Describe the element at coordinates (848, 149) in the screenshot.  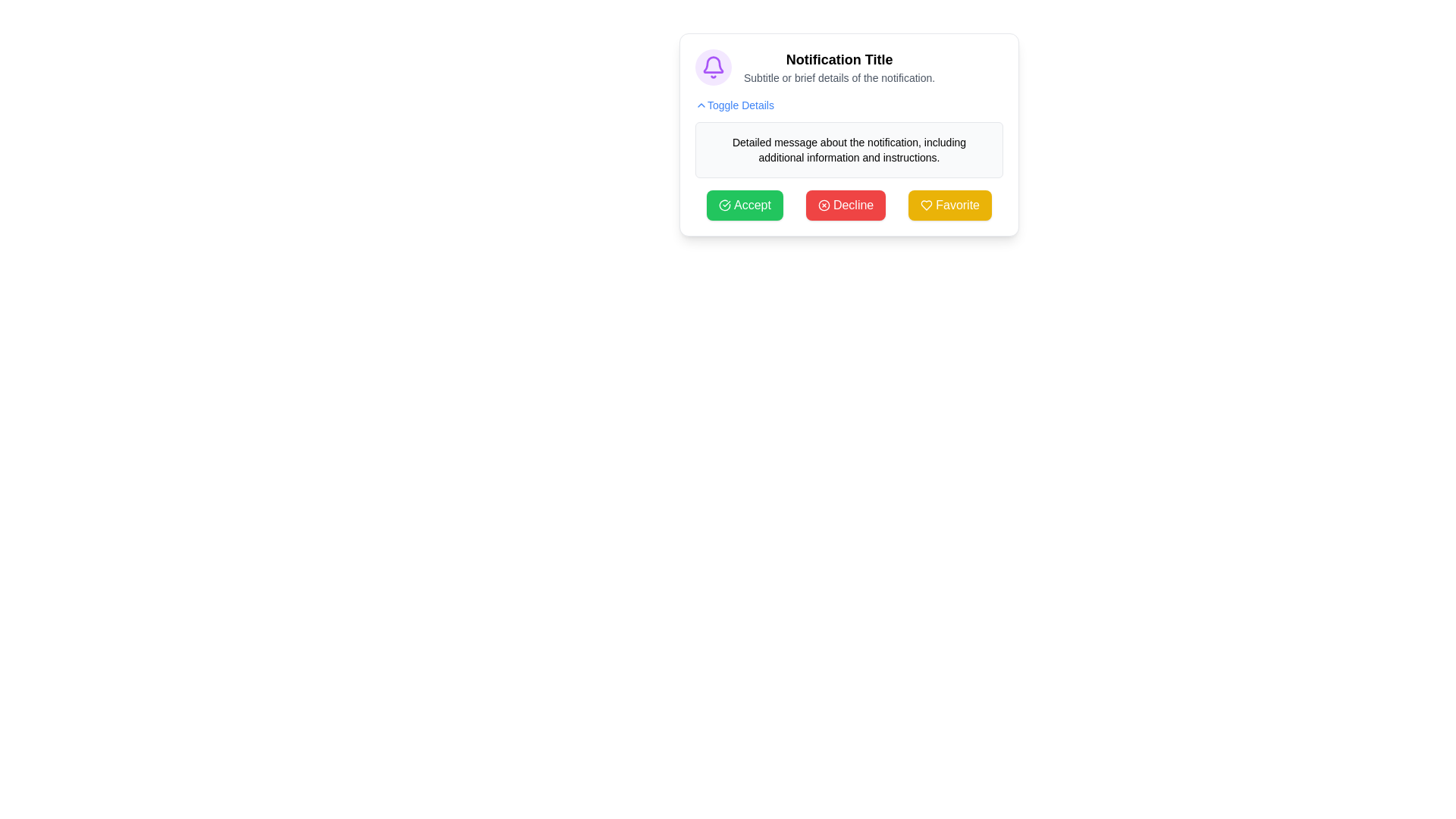
I see `the informational text box located in the lower half of the notification card window, positioned directly below the 'Toggle Details' link and above the action buttons` at that location.